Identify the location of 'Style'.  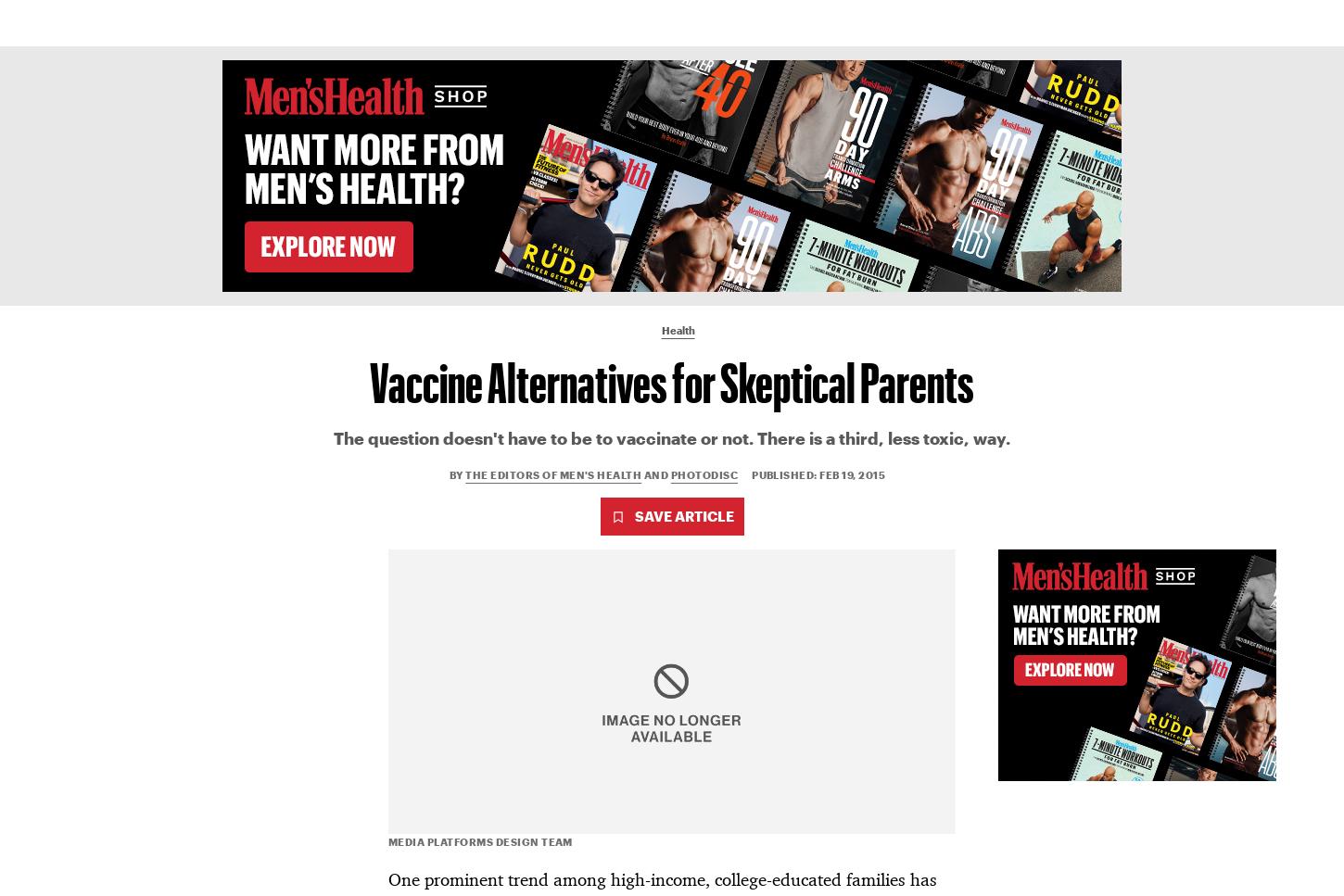
(618, 21).